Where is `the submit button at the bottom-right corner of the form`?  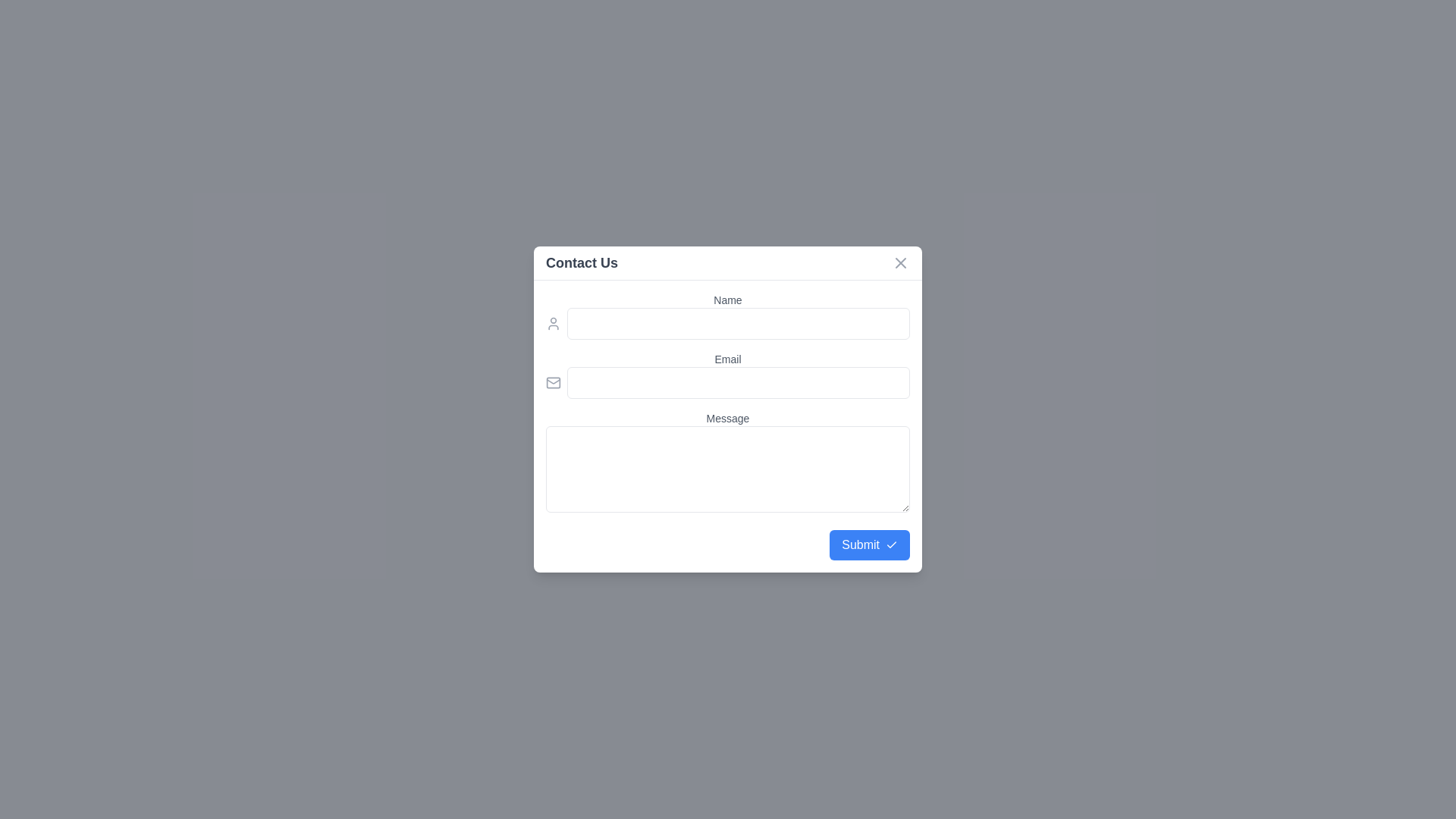
the submit button at the bottom-right corner of the form is located at coordinates (870, 544).